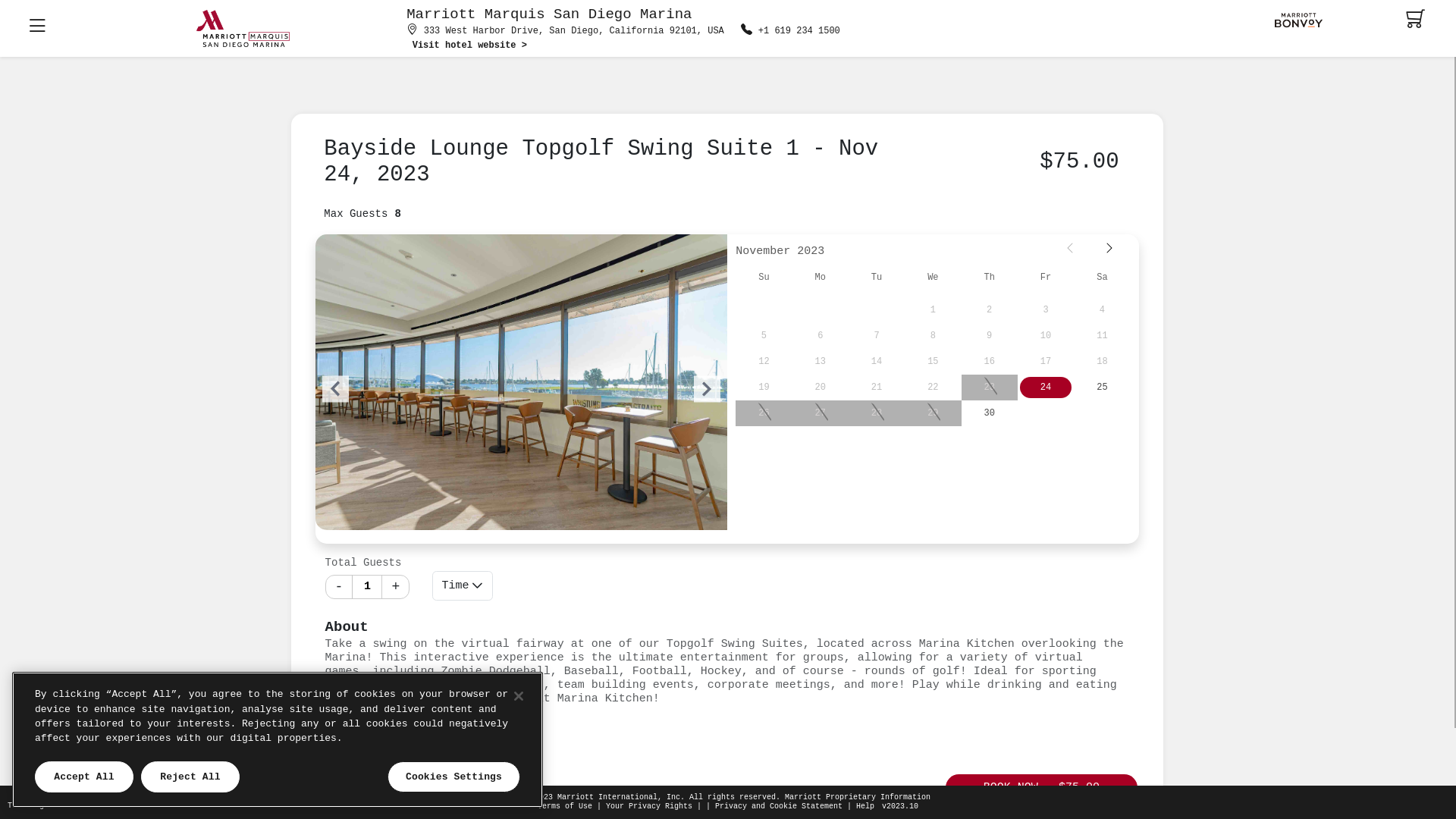  Describe the element at coordinates (963, 386) in the screenshot. I see `'23'` at that location.